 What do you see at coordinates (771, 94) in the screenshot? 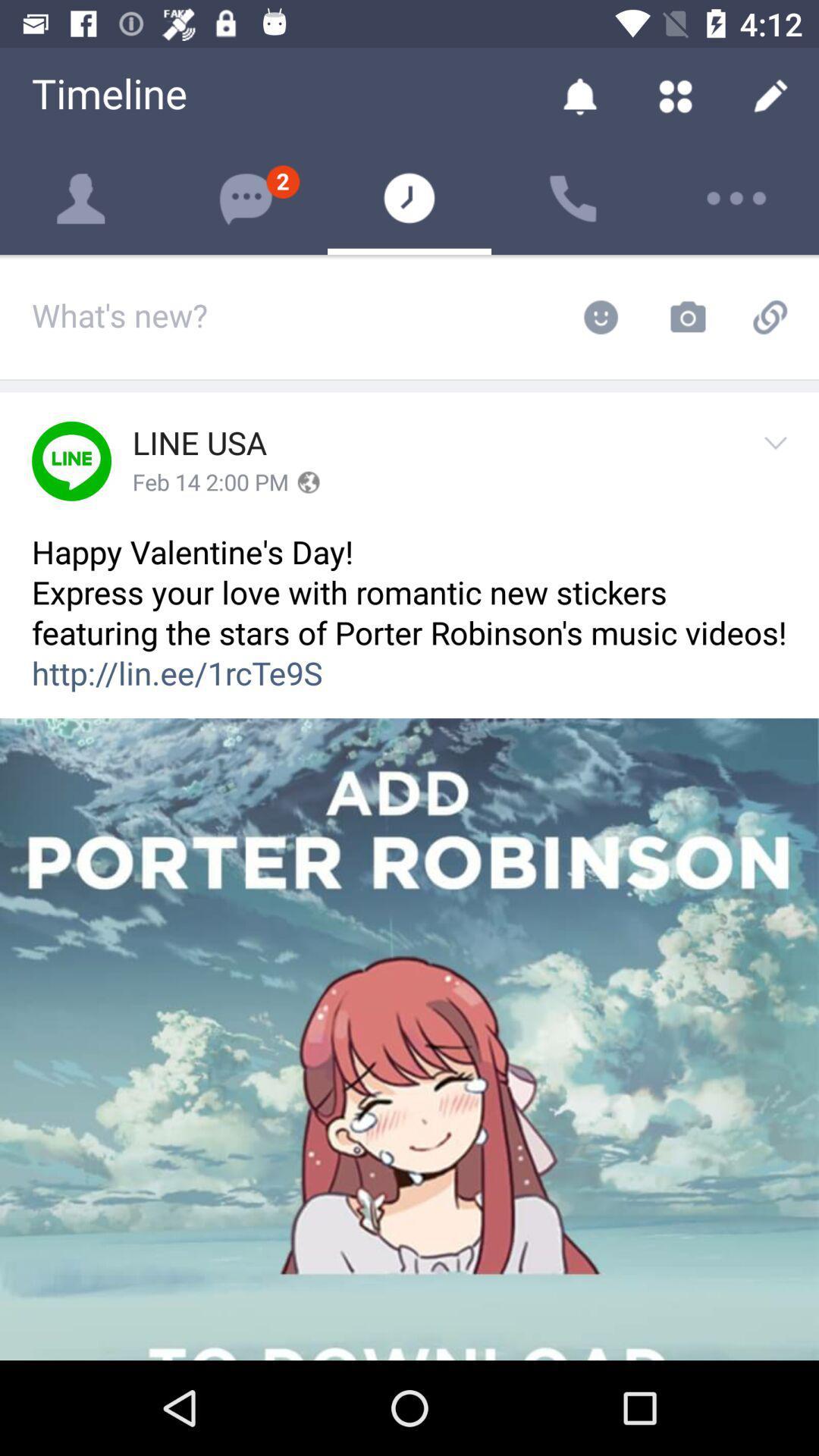
I see `the edit icon shown at the top right corner of the page` at bounding box center [771, 94].